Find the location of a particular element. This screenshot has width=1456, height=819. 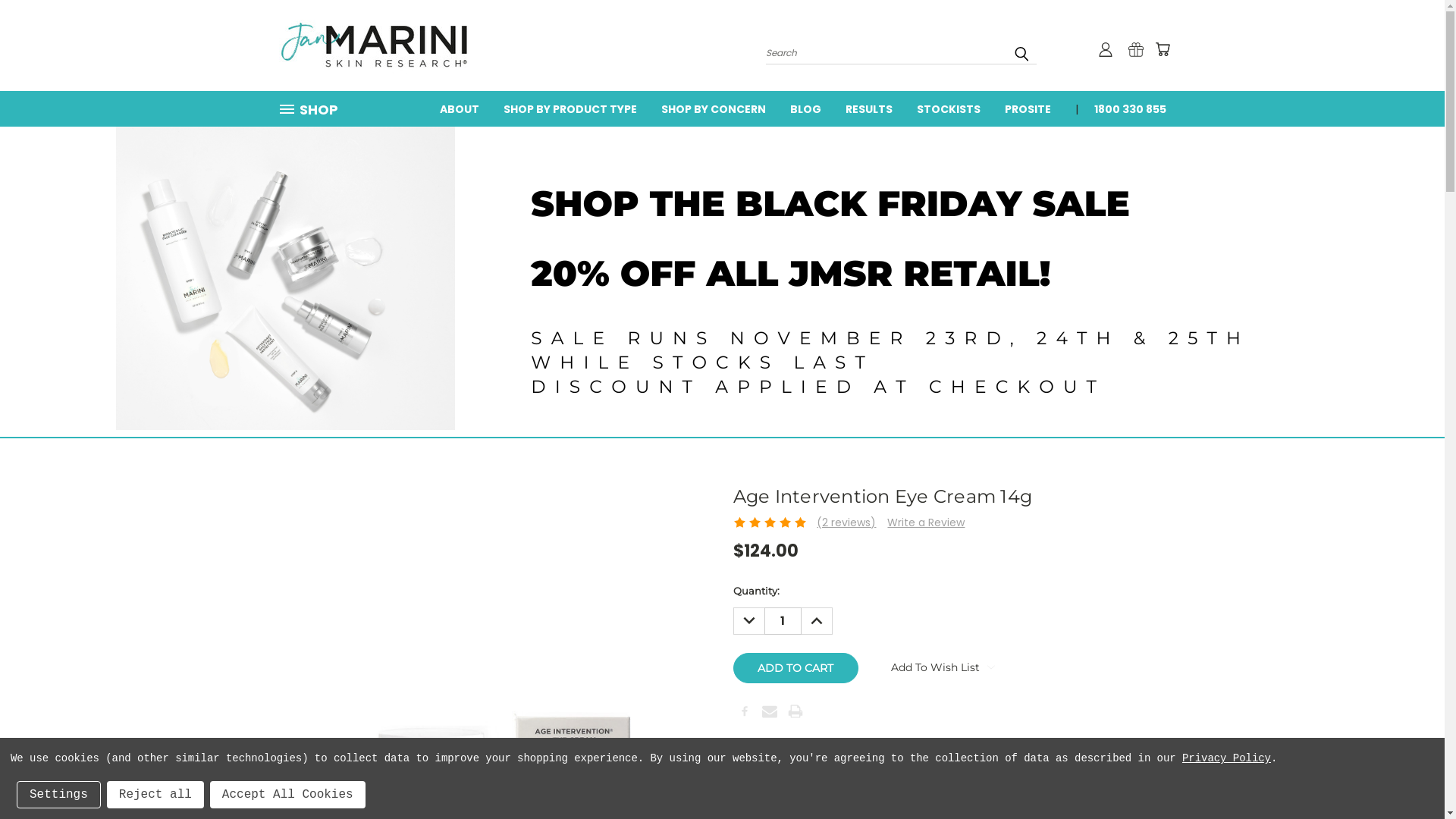

'PROSITE' is located at coordinates (1027, 107).